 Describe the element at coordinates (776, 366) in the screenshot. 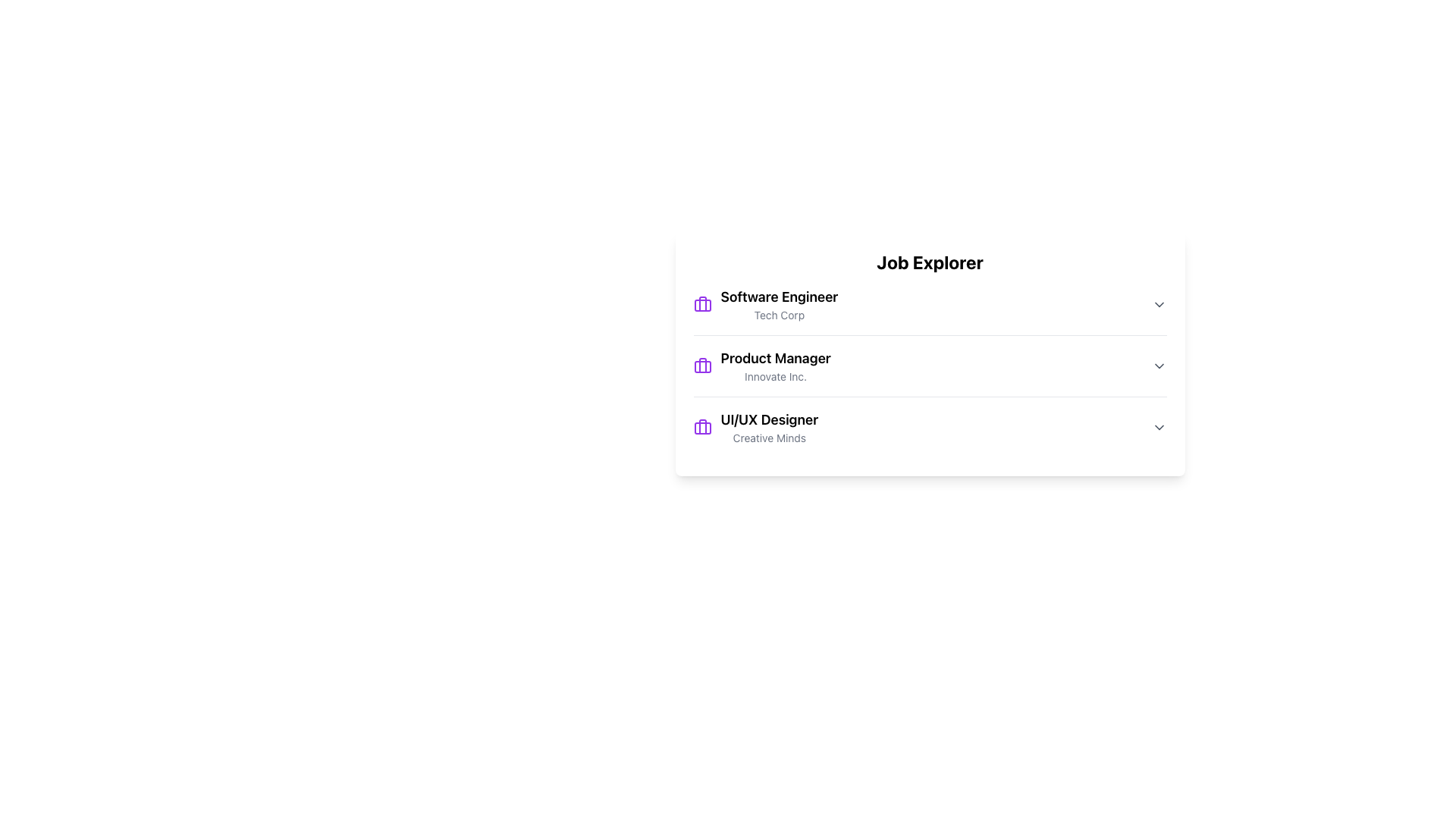

I see `the 'Product Manager' text display element, which features bold text for the title and smaller gray text for the company name, positioned as the second item in a vertical list of job positions` at that location.